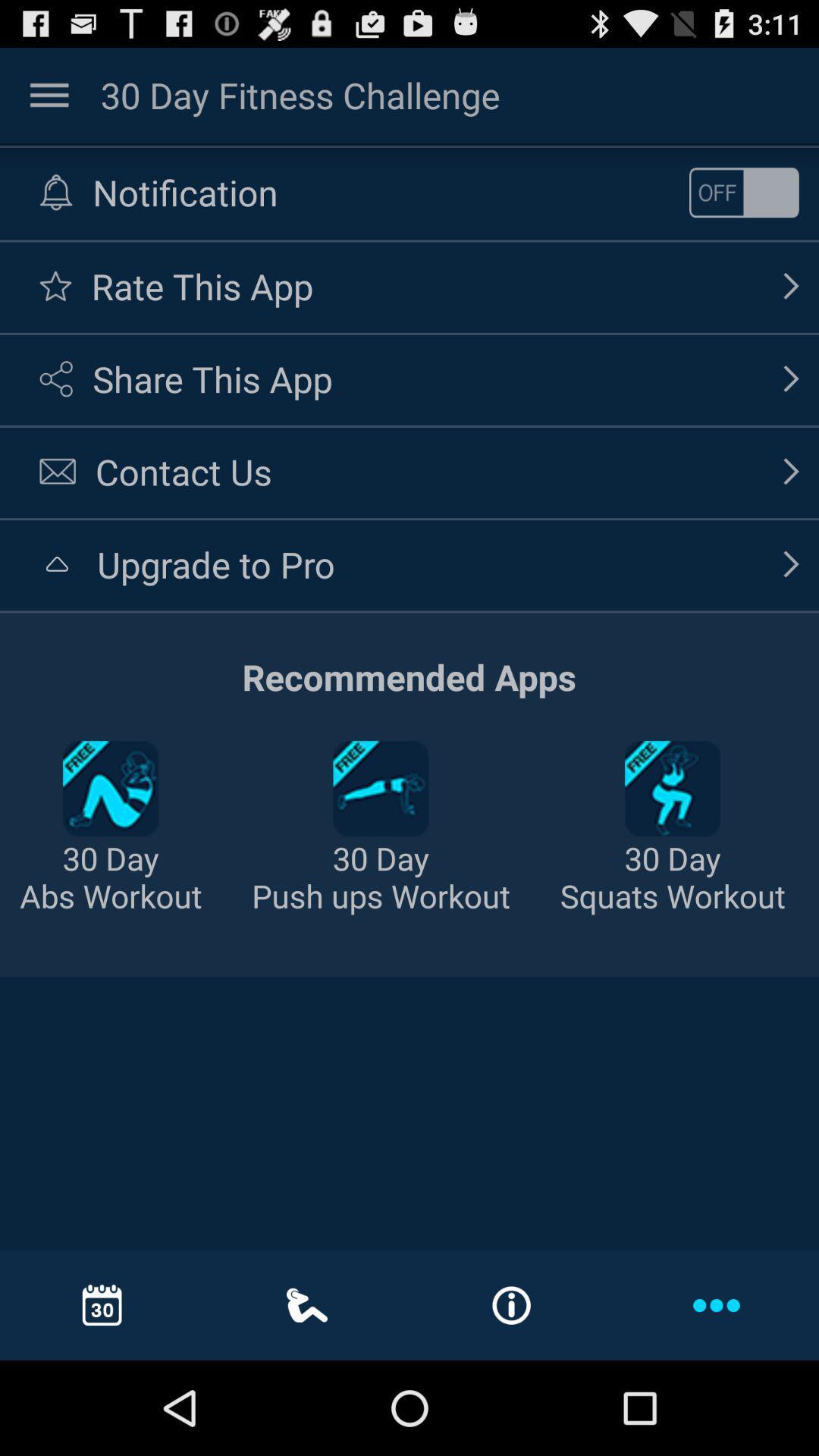 The image size is (819, 1456). What do you see at coordinates (57, 471) in the screenshot?
I see `the icon left to contact us` at bounding box center [57, 471].